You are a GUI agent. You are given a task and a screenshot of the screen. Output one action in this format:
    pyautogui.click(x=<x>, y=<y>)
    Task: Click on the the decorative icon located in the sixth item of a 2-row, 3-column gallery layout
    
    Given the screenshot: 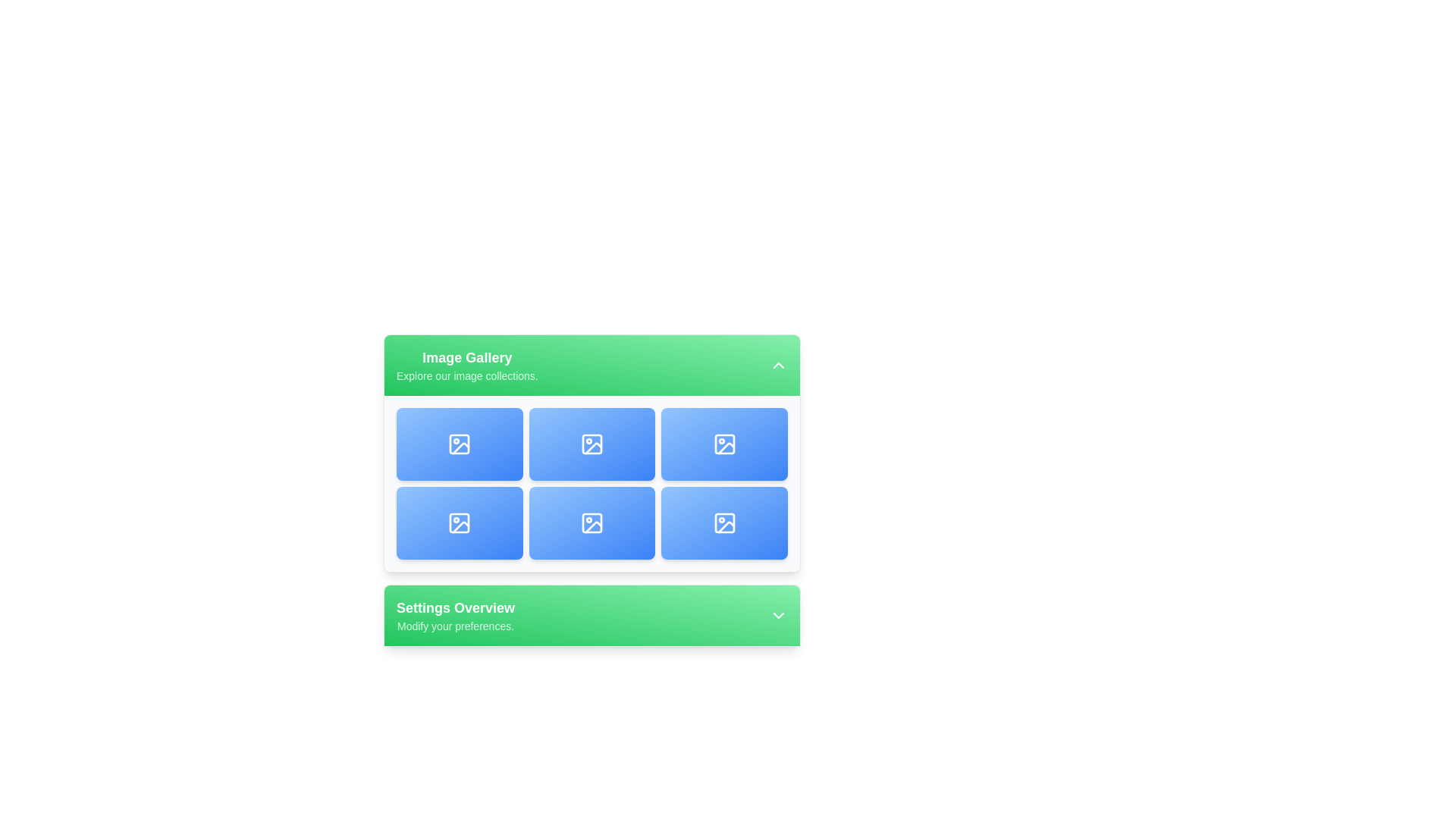 What is the action you would take?
    pyautogui.click(x=591, y=522)
    